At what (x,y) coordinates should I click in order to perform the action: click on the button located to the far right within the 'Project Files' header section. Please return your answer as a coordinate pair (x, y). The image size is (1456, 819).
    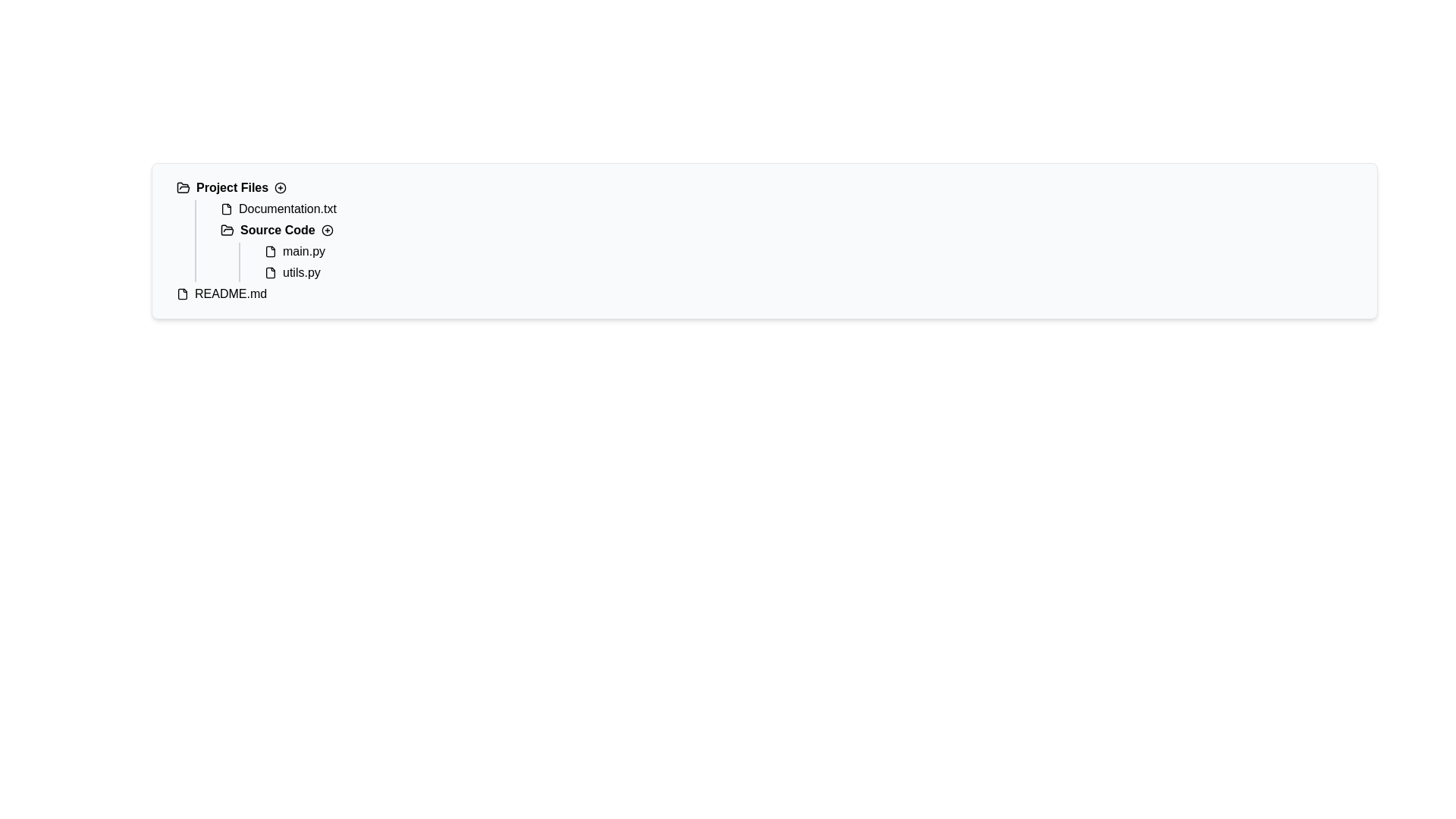
    Looking at the image, I should click on (281, 187).